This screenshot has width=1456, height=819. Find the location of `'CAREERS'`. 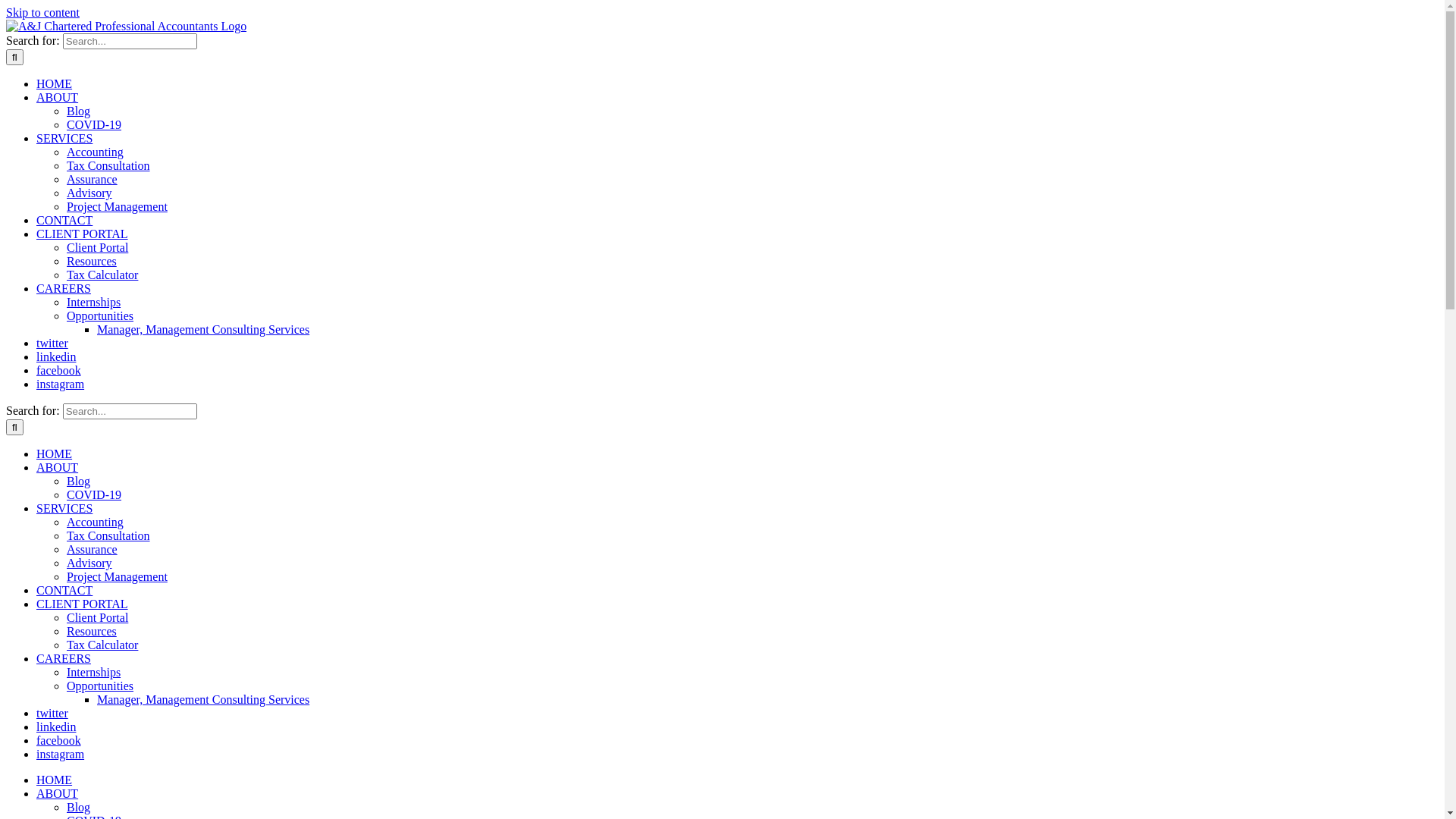

'CAREERS' is located at coordinates (62, 657).